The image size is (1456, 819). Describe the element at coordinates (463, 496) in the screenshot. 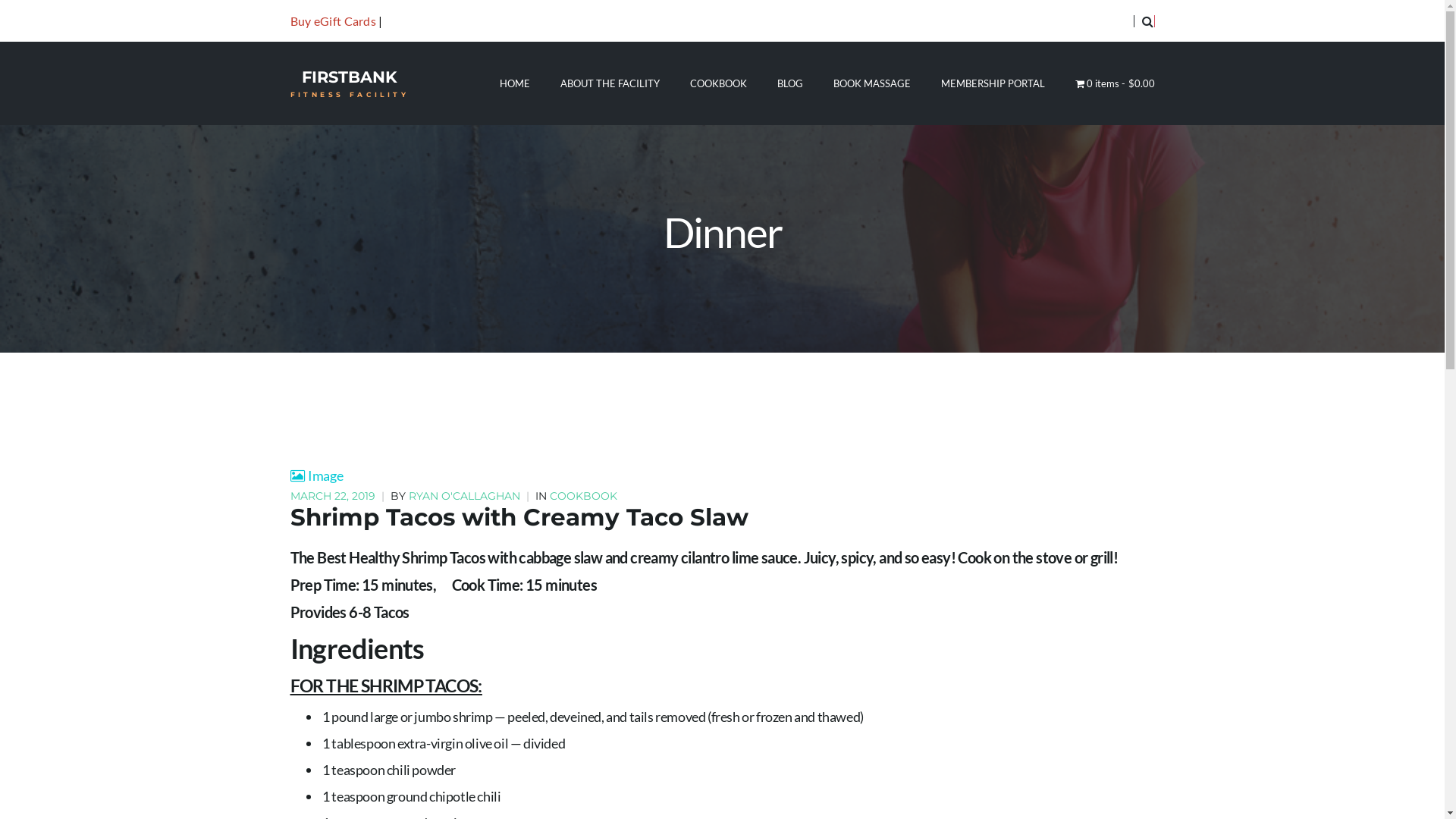

I see `'RYAN O'CALLAGHAN'` at that location.